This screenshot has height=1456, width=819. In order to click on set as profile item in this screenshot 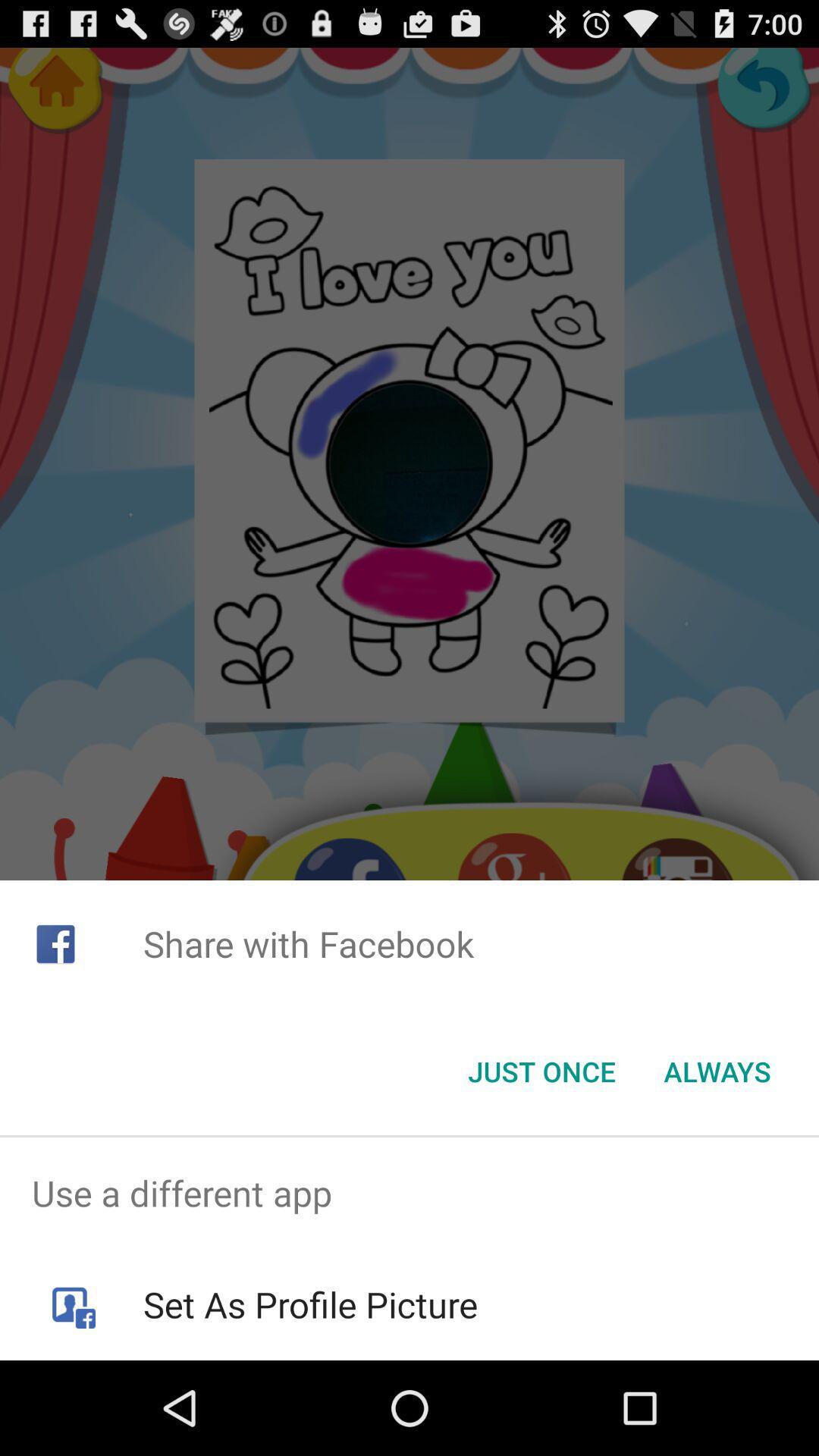, I will do `click(309, 1304)`.